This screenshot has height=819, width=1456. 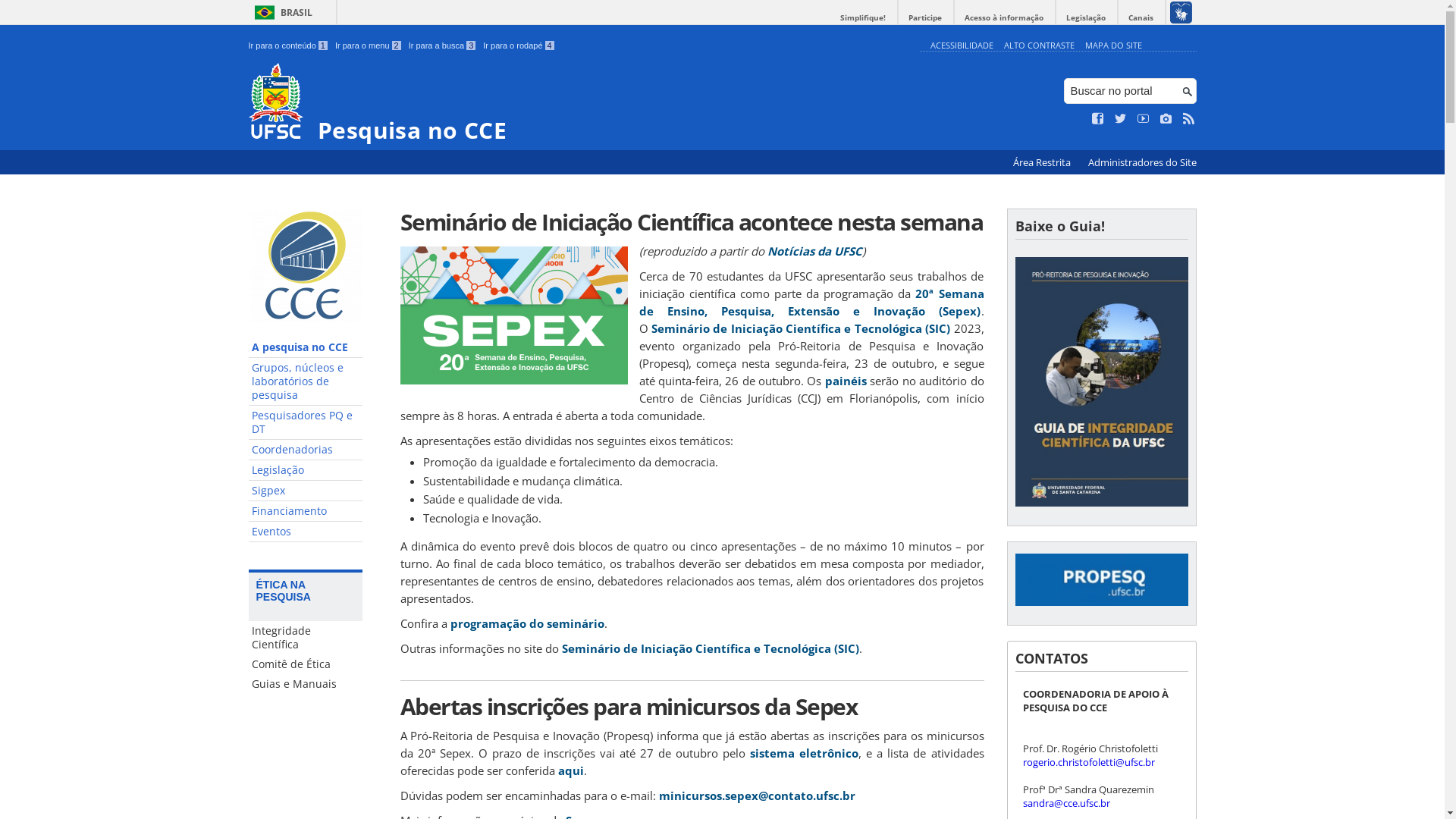 What do you see at coordinates (248, 347) in the screenshot?
I see `'A pesquisa no CCE'` at bounding box center [248, 347].